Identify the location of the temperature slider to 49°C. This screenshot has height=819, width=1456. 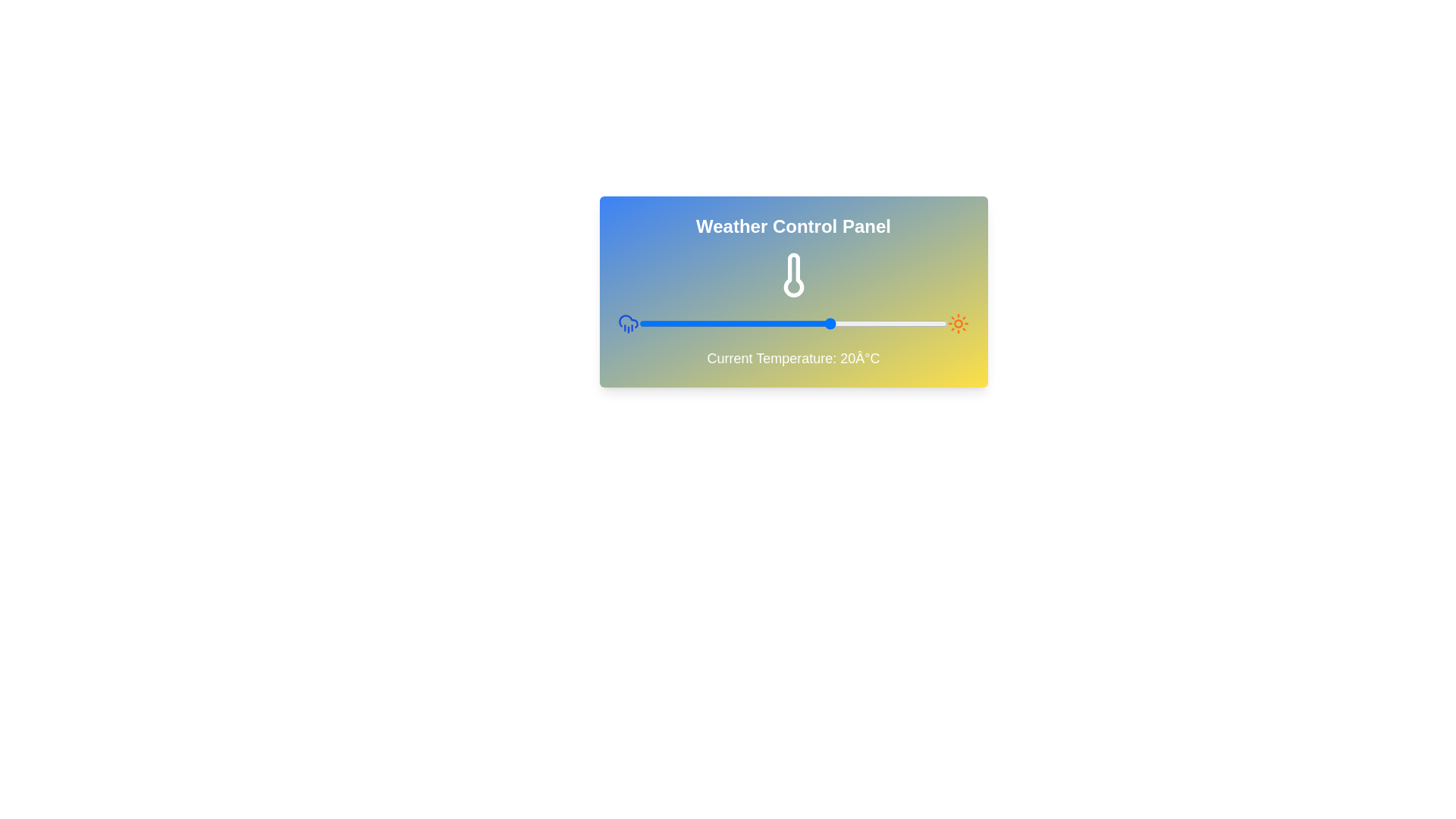
(943, 323).